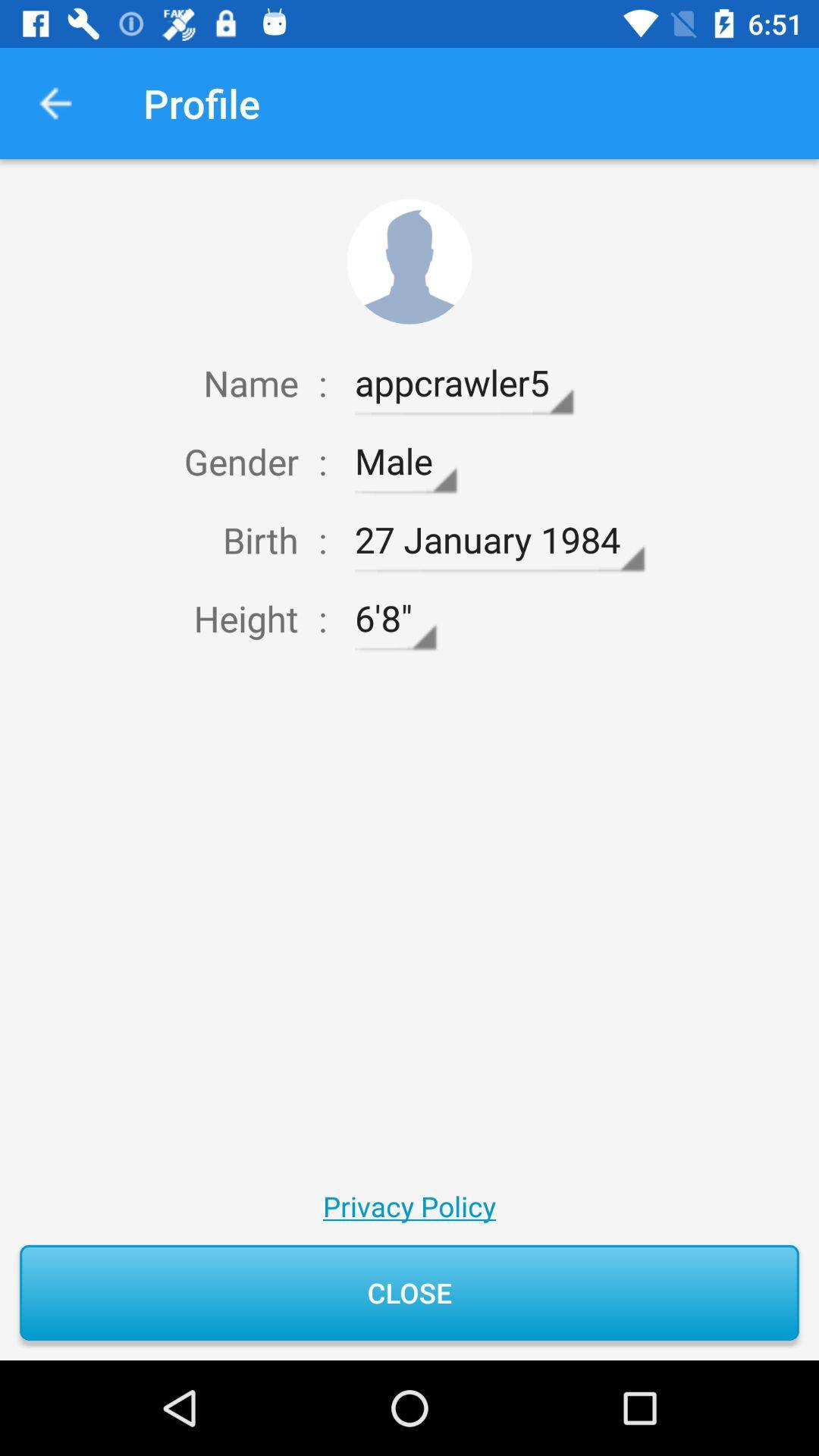 Image resolution: width=819 pixels, height=1456 pixels. What do you see at coordinates (405, 461) in the screenshot?
I see `item below the appcrawler5 icon` at bounding box center [405, 461].